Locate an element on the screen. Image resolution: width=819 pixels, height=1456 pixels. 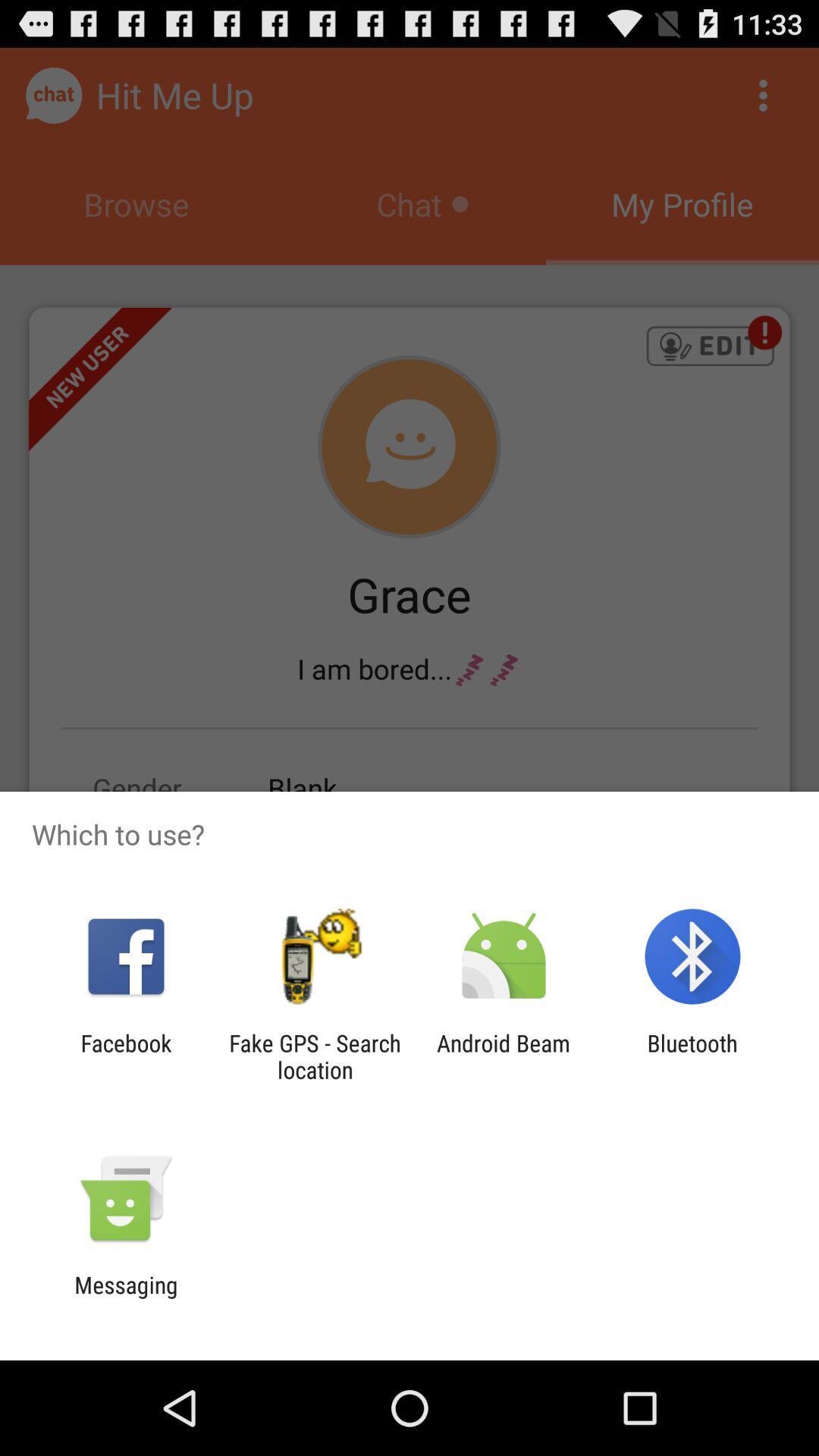
messaging icon is located at coordinates (125, 1298).